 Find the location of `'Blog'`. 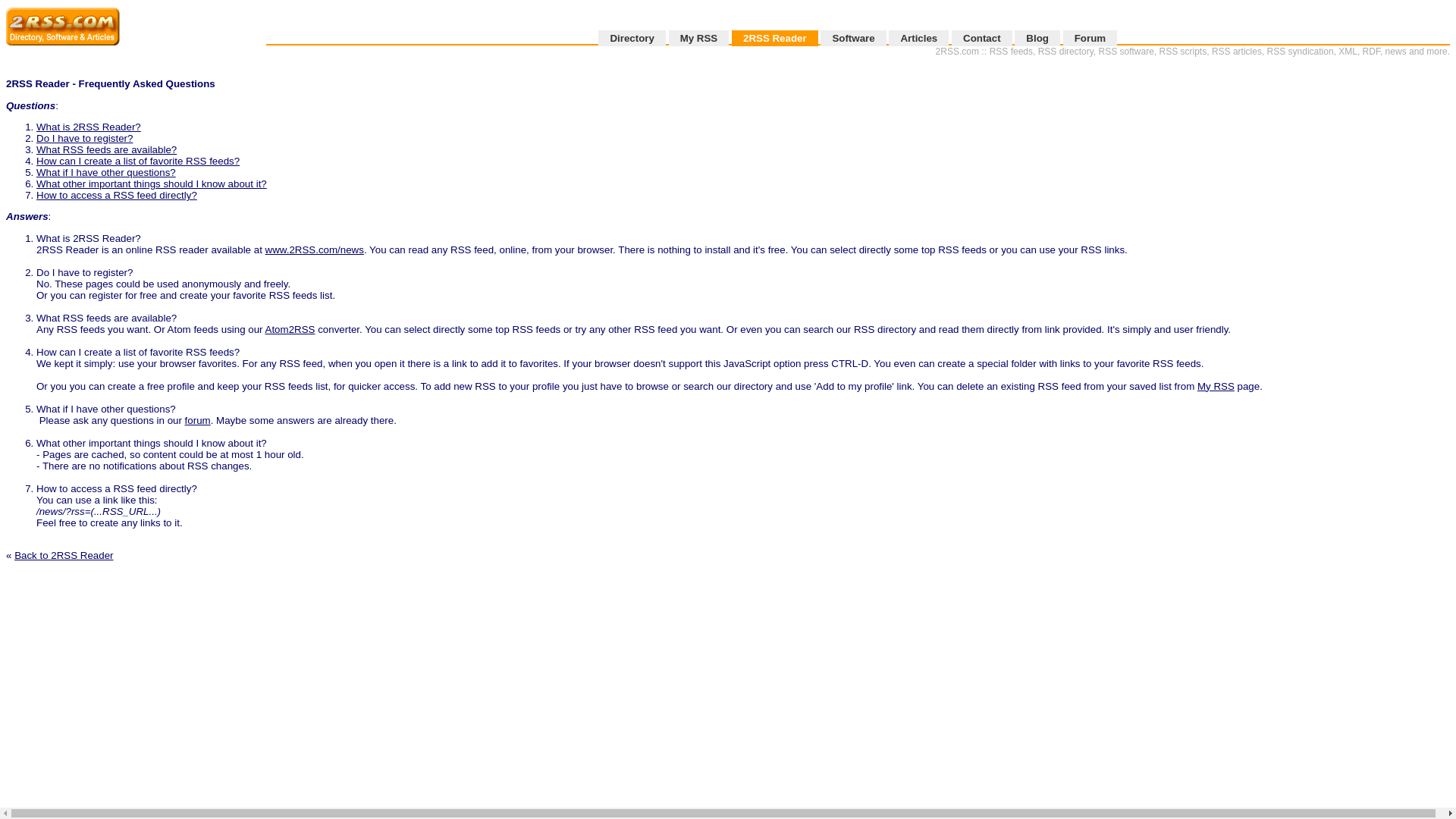

'Blog' is located at coordinates (1037, 37).